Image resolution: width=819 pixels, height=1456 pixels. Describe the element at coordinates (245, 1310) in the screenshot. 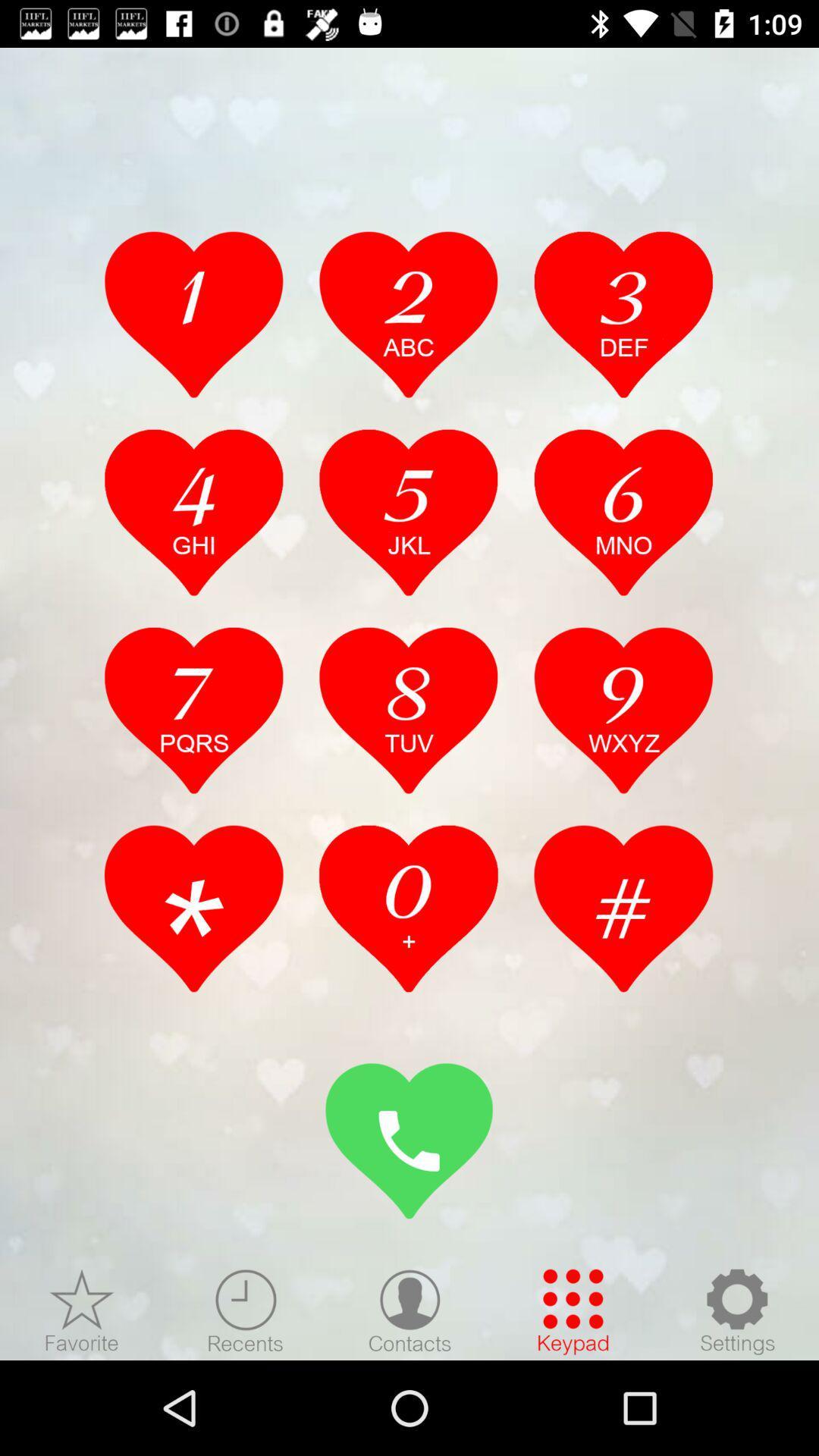

I see `recent calls` at that location.